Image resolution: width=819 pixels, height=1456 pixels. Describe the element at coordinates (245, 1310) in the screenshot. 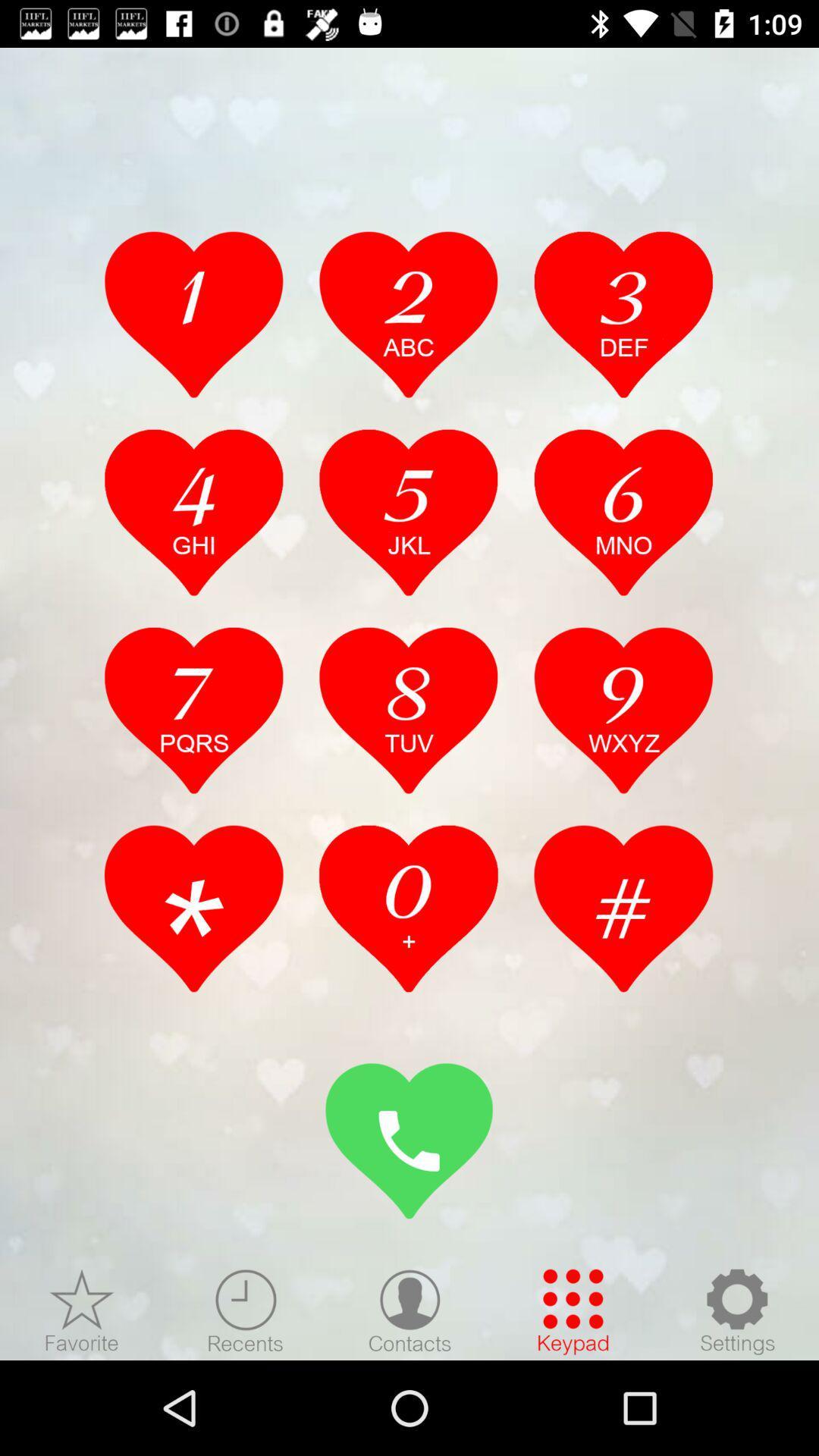

I see `recent calls` at that location.